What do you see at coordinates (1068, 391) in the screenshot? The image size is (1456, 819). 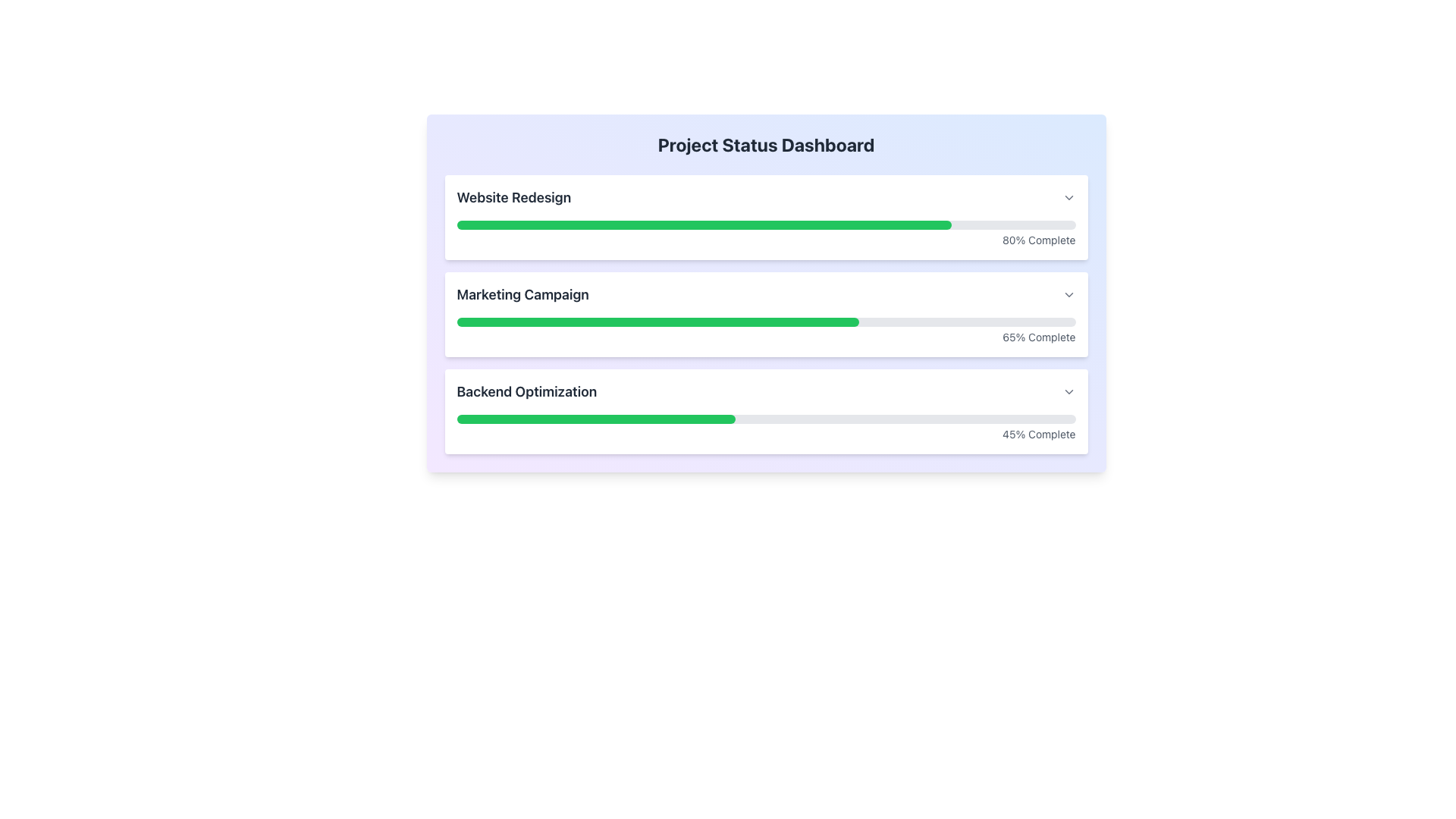 I see `the Dropdown Trigger Icon, which resembles a chevron-down icon located at the bottom-right corner of the 'Backend Optimization' section, to change its appearance` at bounding box center [1068, 391].